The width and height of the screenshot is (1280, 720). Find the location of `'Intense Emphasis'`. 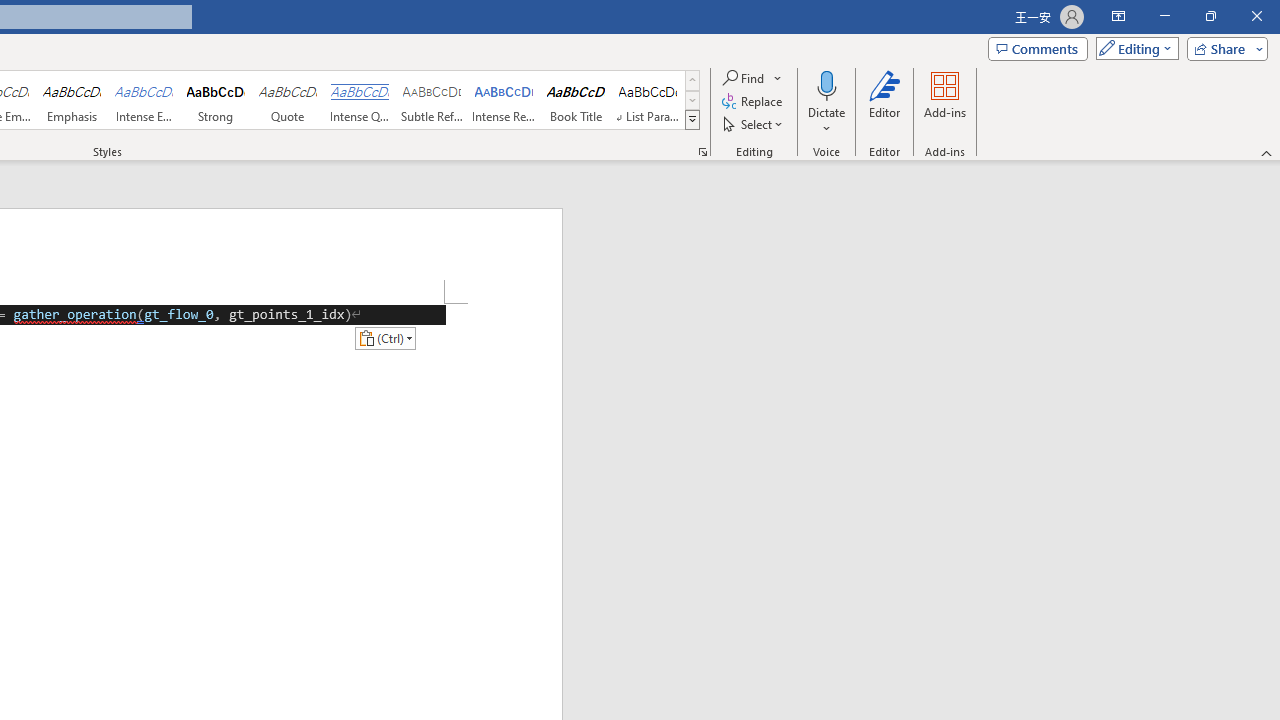

'Intense Emphasis' is located at coordinates (143, 100).